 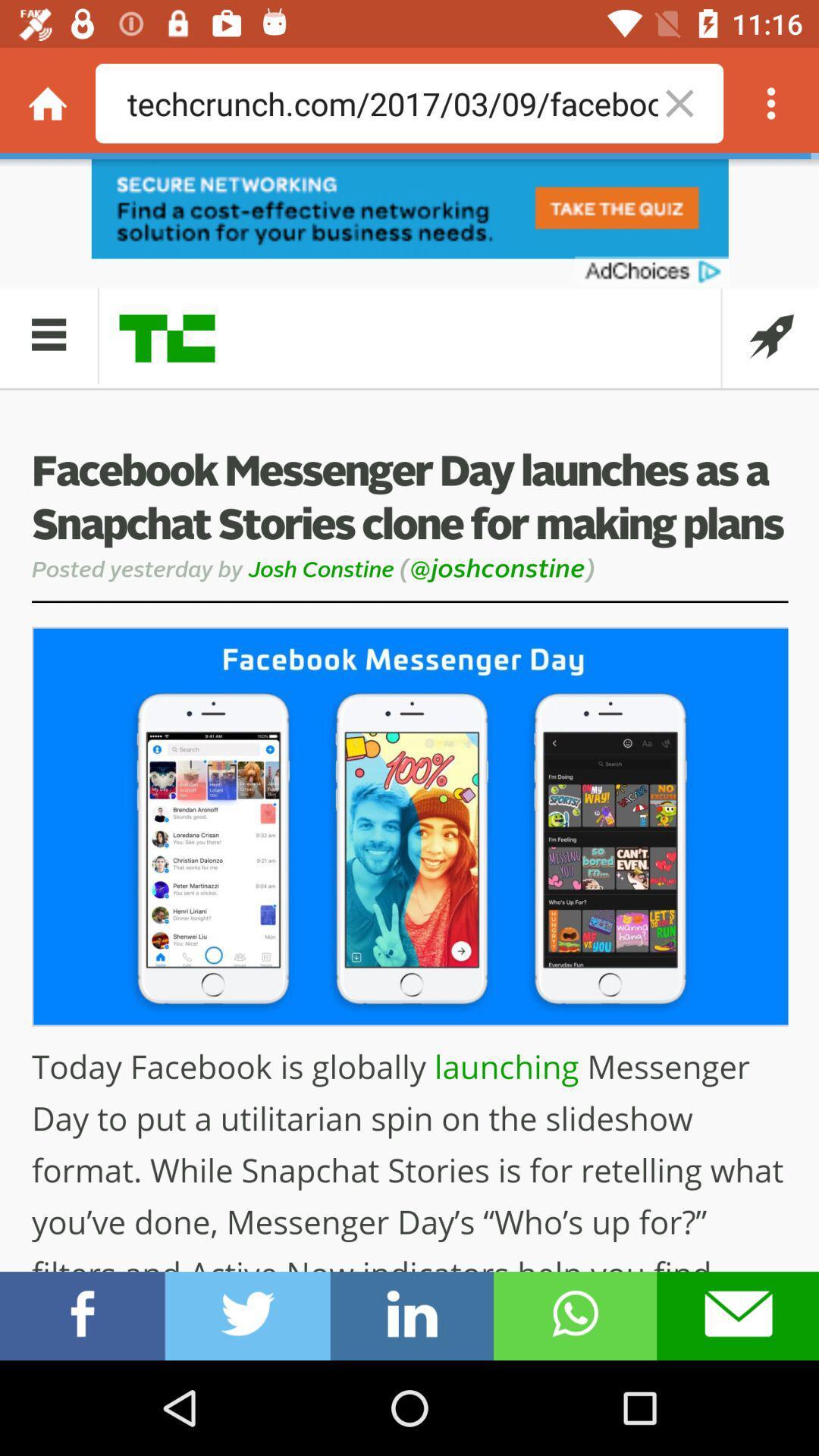 I want to click on open menu, so click(x=771, y=102).